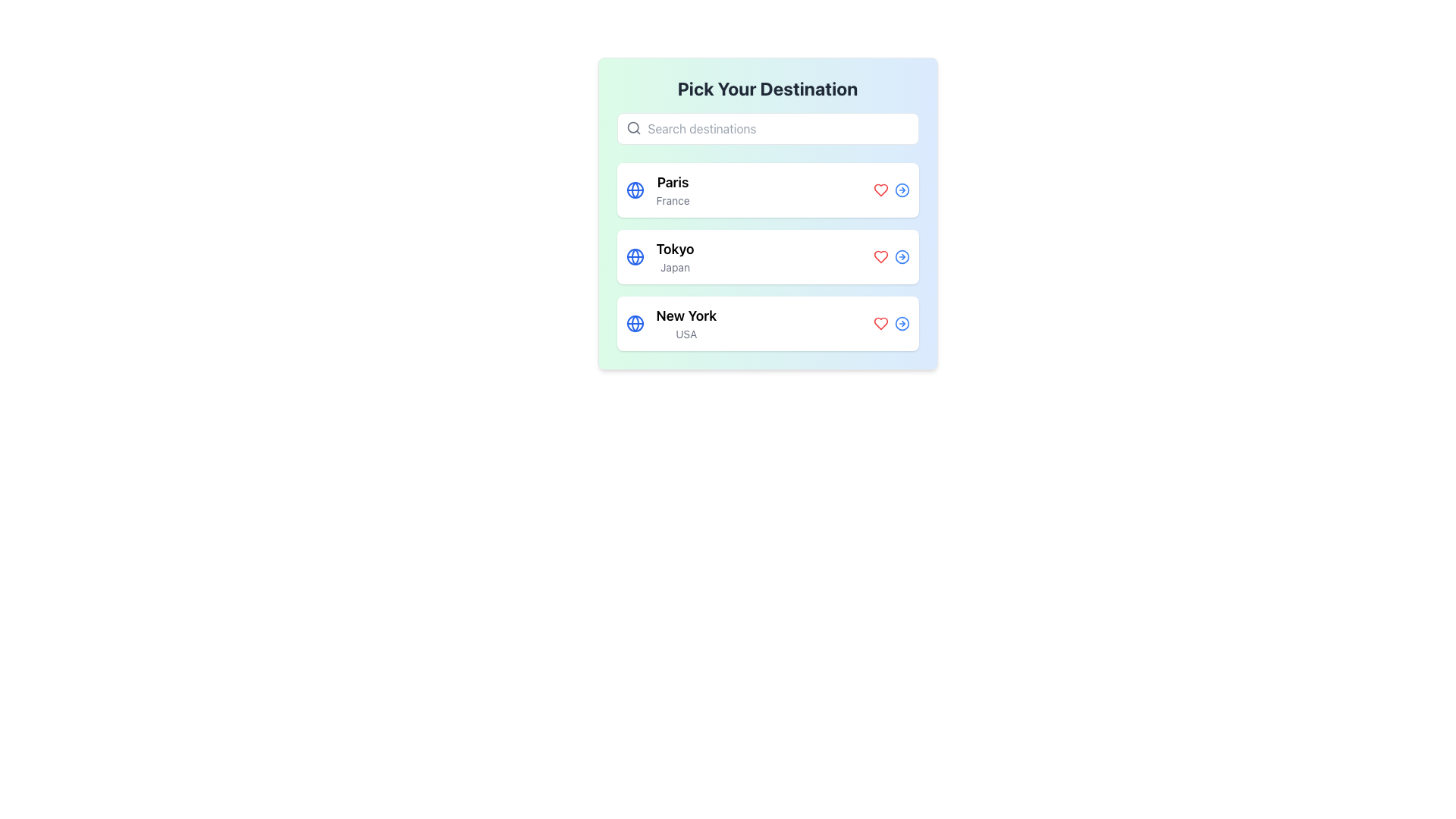 The image size is (1456, 819). What do you see at coordinates (902, 189) in the screenshot?
I see `the SVG Circle located to the right of the text labels for 'Paris' and 'France', adjacent to a heart icon in the destination selection interface` at bounding box center [902, 189].